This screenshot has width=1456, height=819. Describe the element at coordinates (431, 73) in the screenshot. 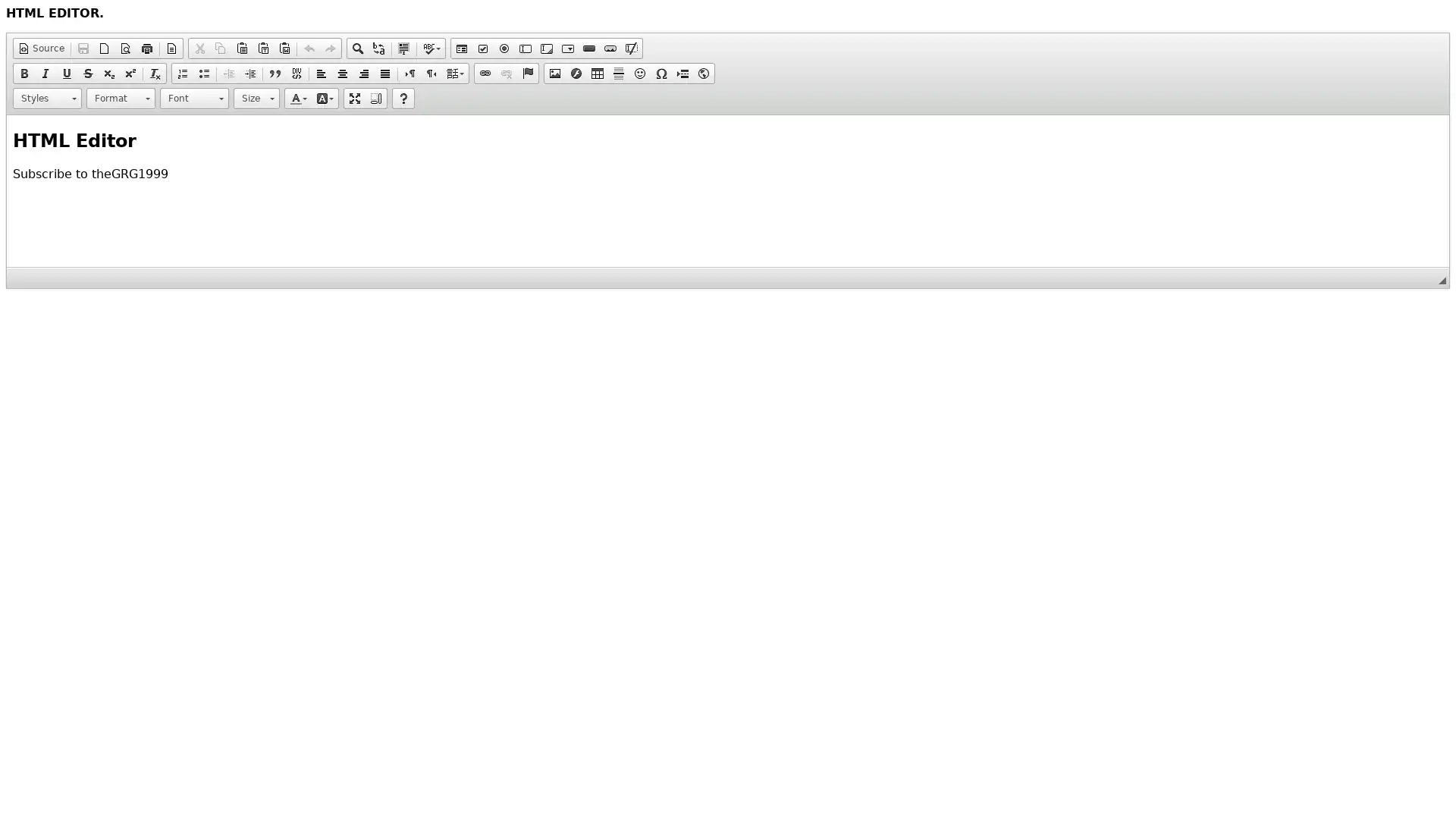

I see `Text direction from right to left` at that location.